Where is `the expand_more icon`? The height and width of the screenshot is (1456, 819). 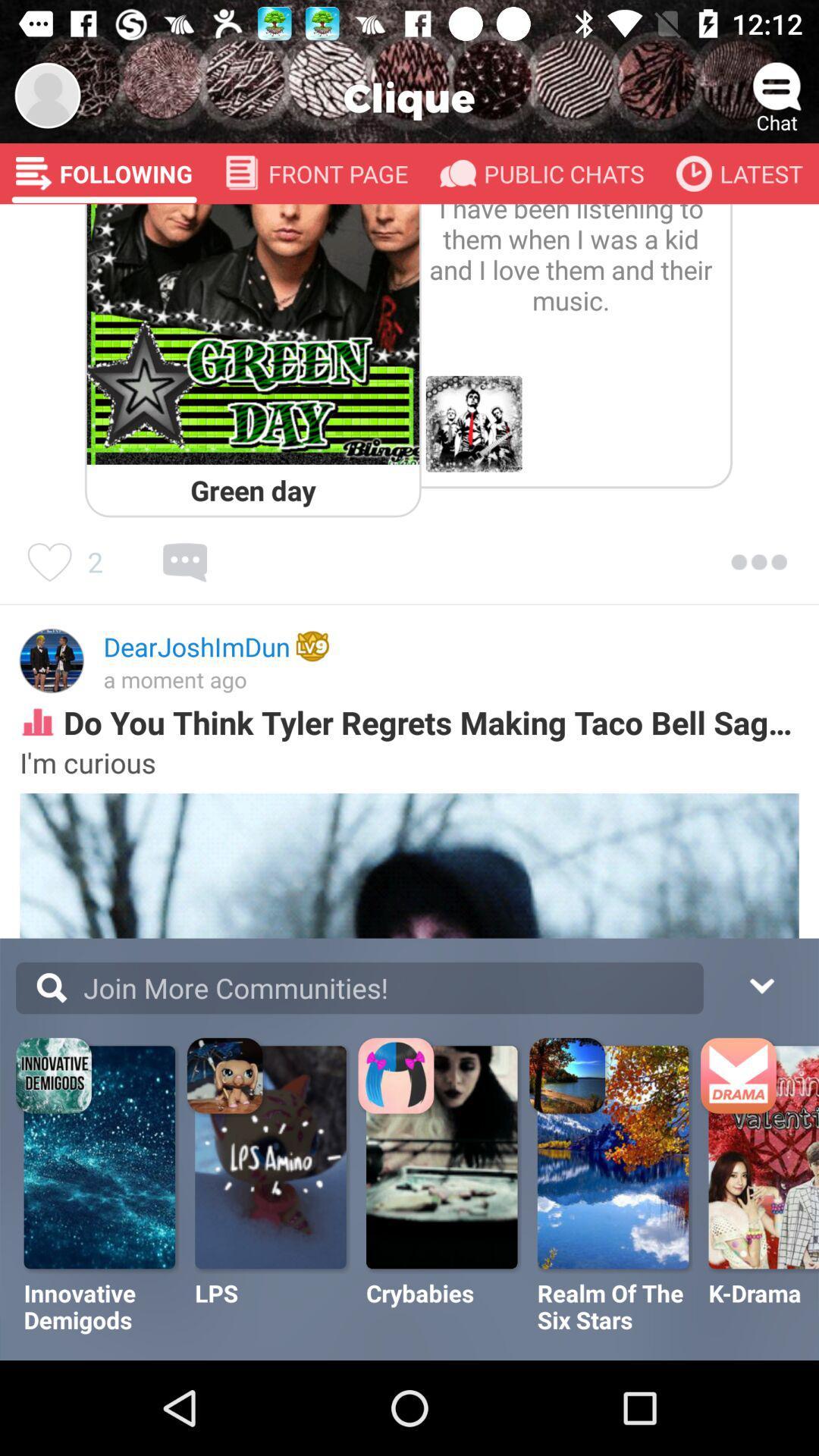
the expand_more icon is located at coordinates (761, 984).